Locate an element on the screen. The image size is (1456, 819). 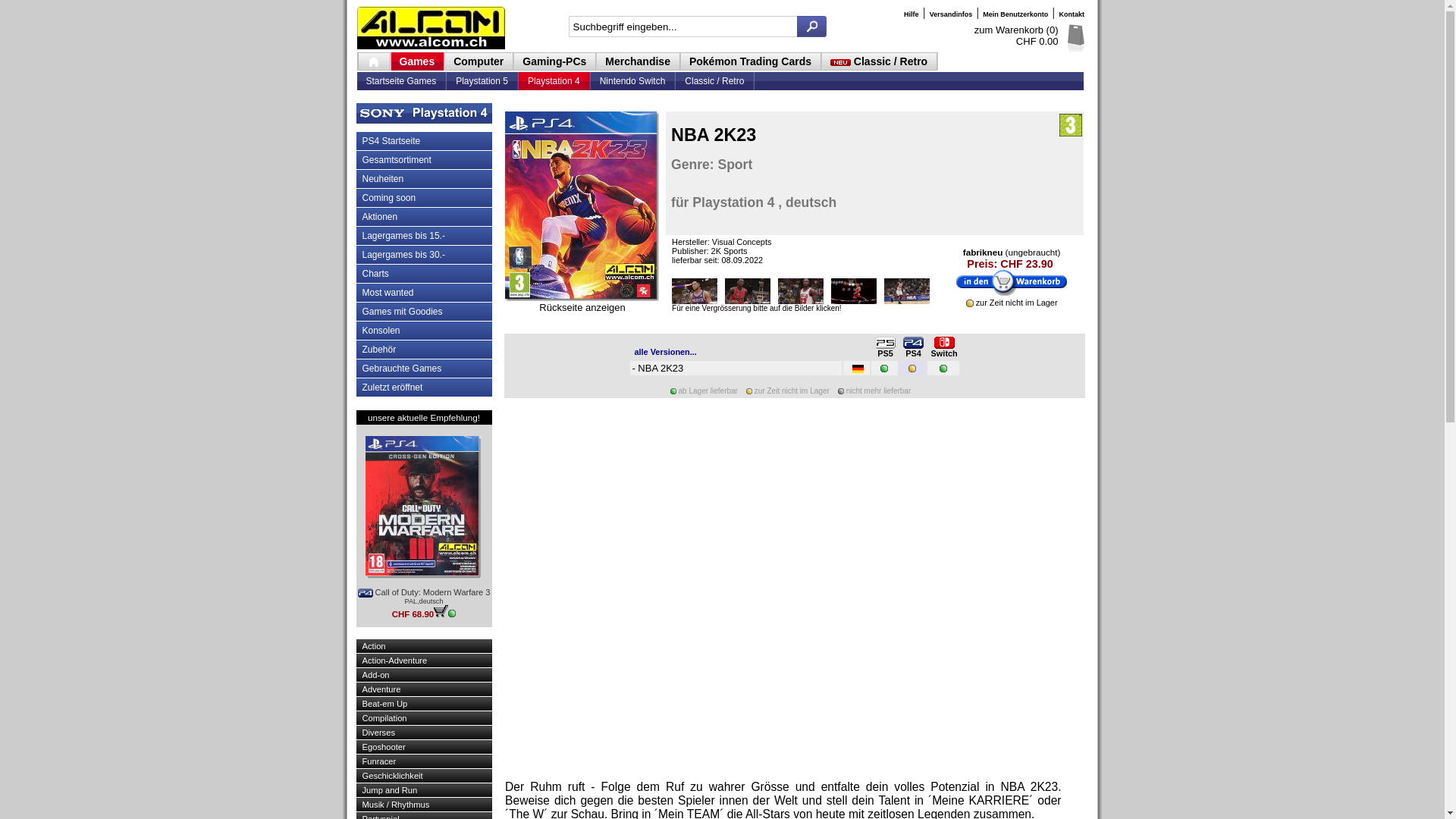
'Compilation' is located at coordinates (356, 717).